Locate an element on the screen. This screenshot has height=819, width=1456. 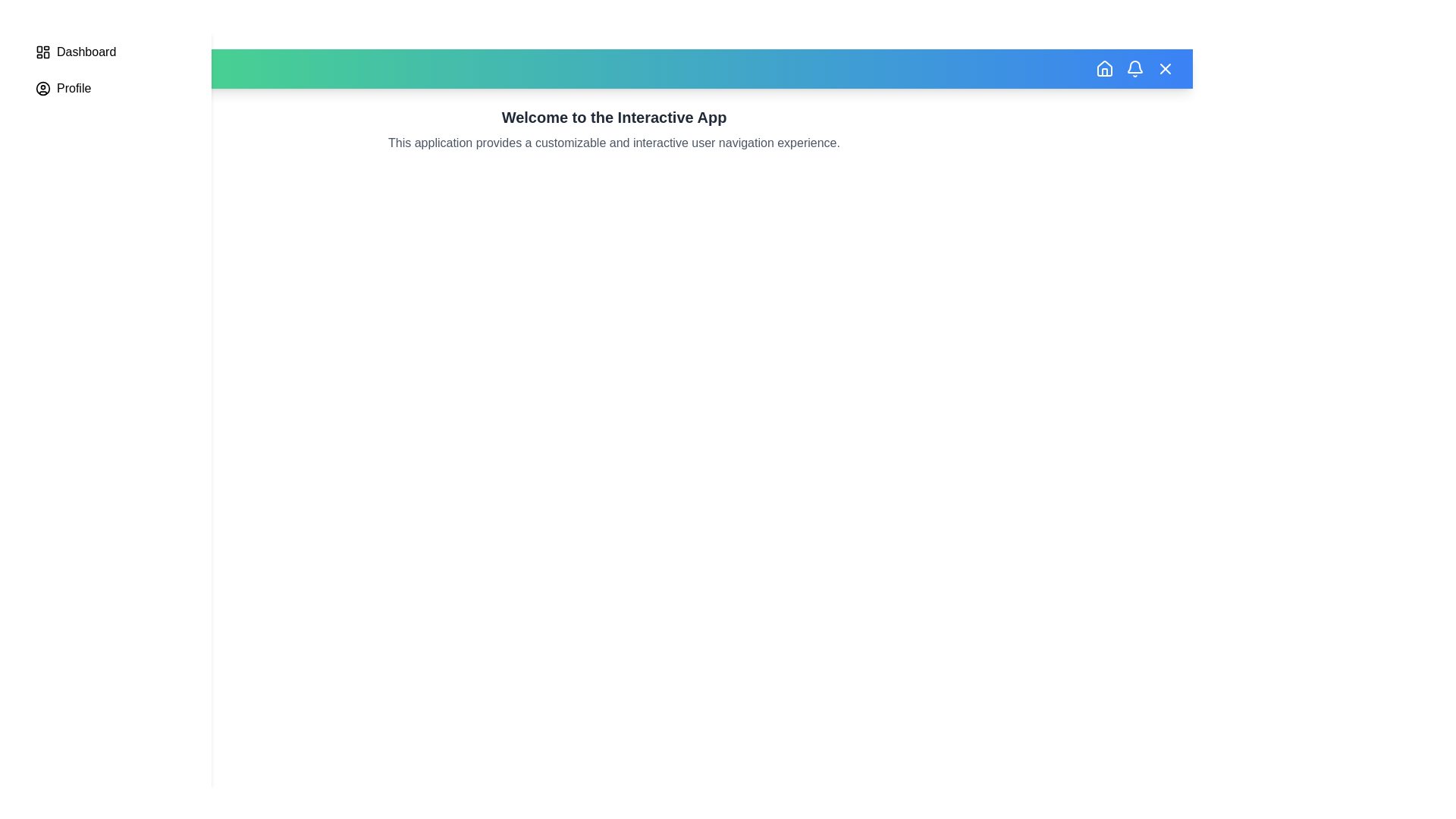
the black circle representing the outer boundary of the user profile icon located in the left-hand navigation menu, beneath the dashboard icon and aligned with the 'Profile' label is located at coordinates (43, 88).